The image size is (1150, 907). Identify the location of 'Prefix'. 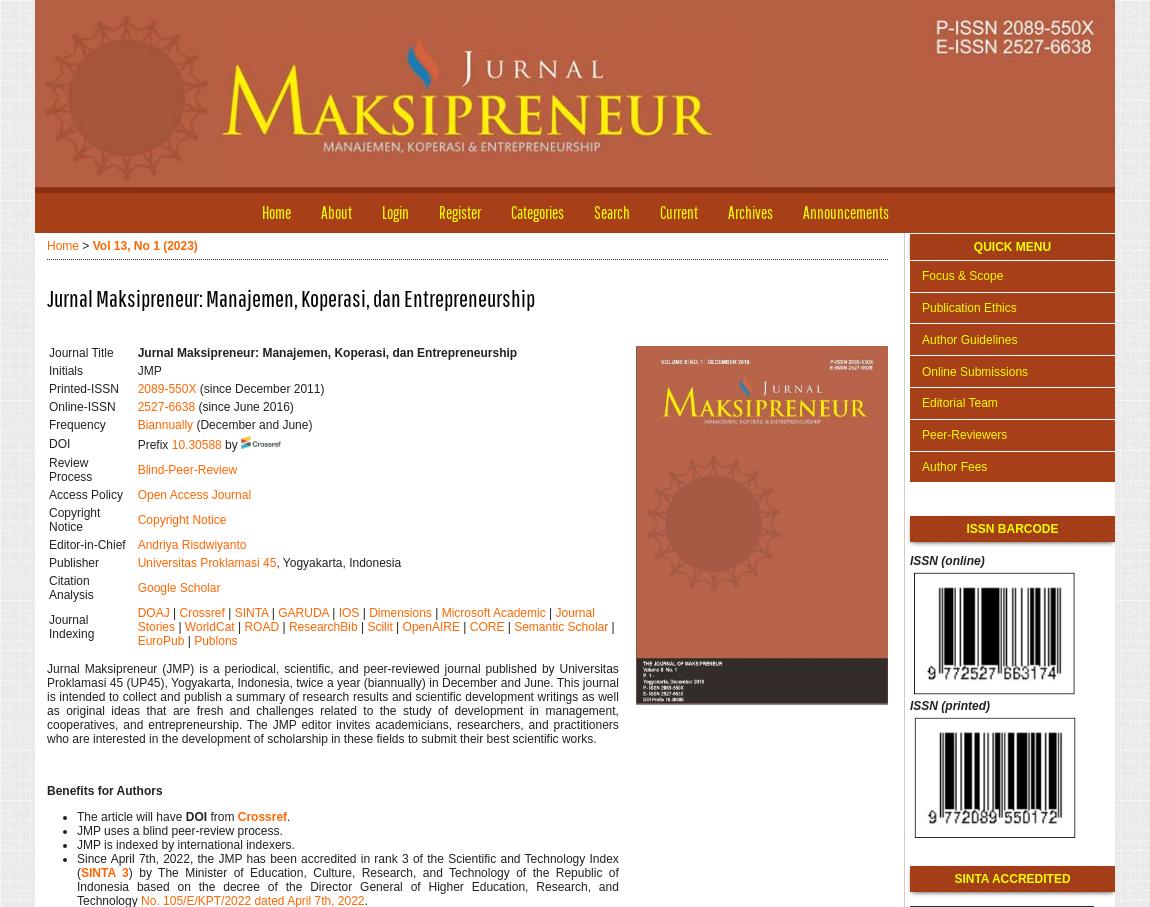
(152, 443).